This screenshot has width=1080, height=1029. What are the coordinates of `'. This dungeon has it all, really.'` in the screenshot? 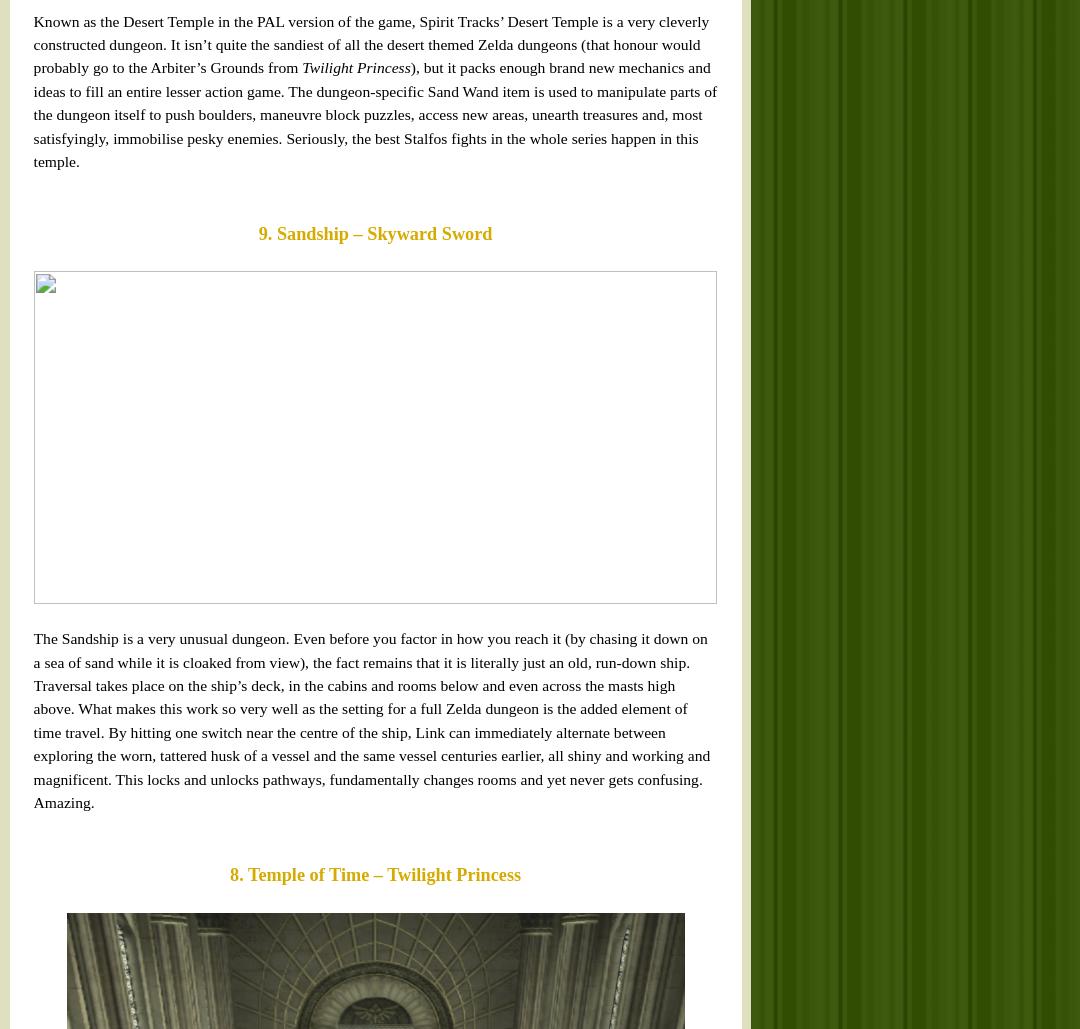 It's located at (497, 896).